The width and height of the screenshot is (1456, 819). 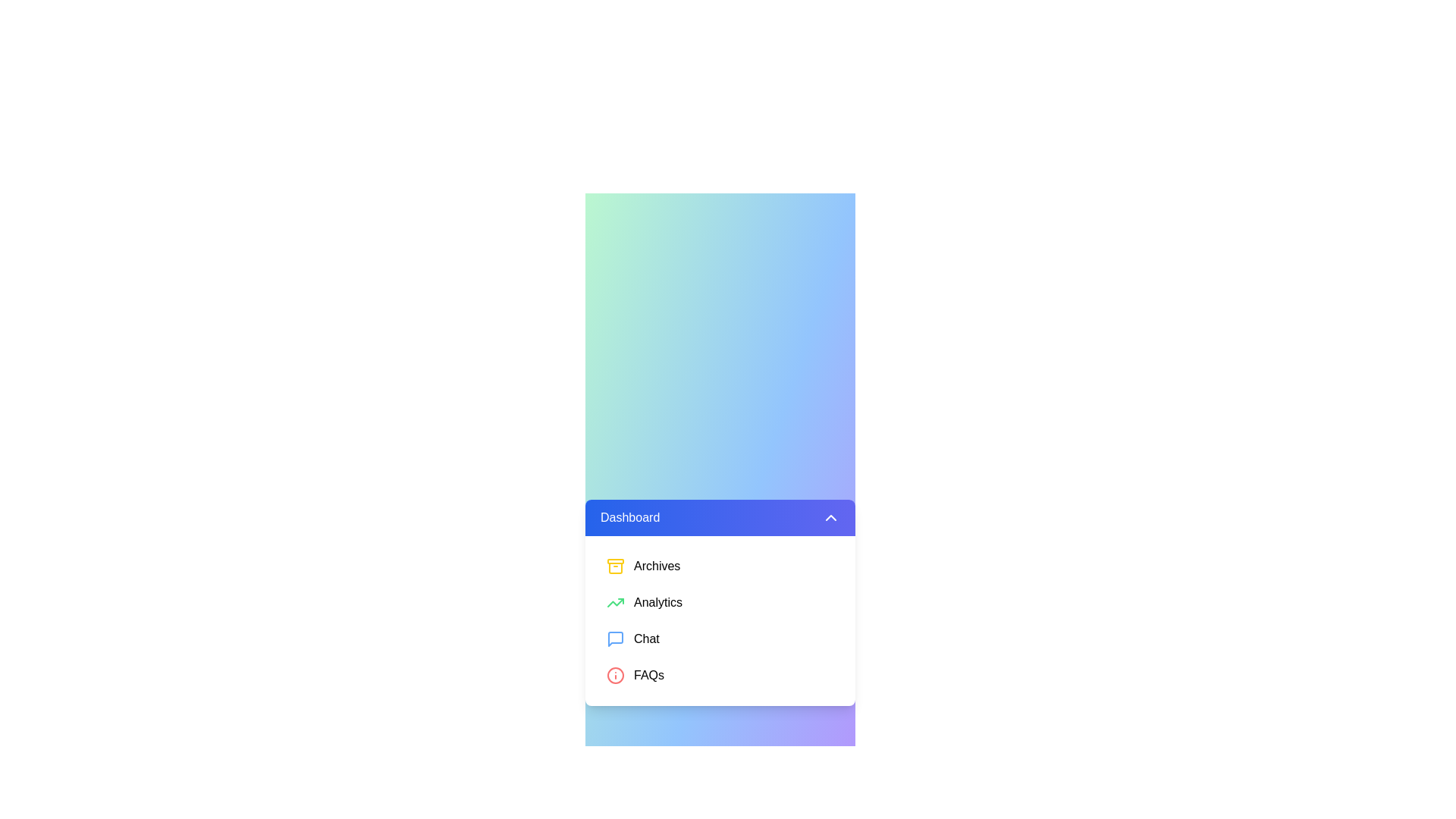 I want to click on the menu item Chat, so click(x=720, y=639).